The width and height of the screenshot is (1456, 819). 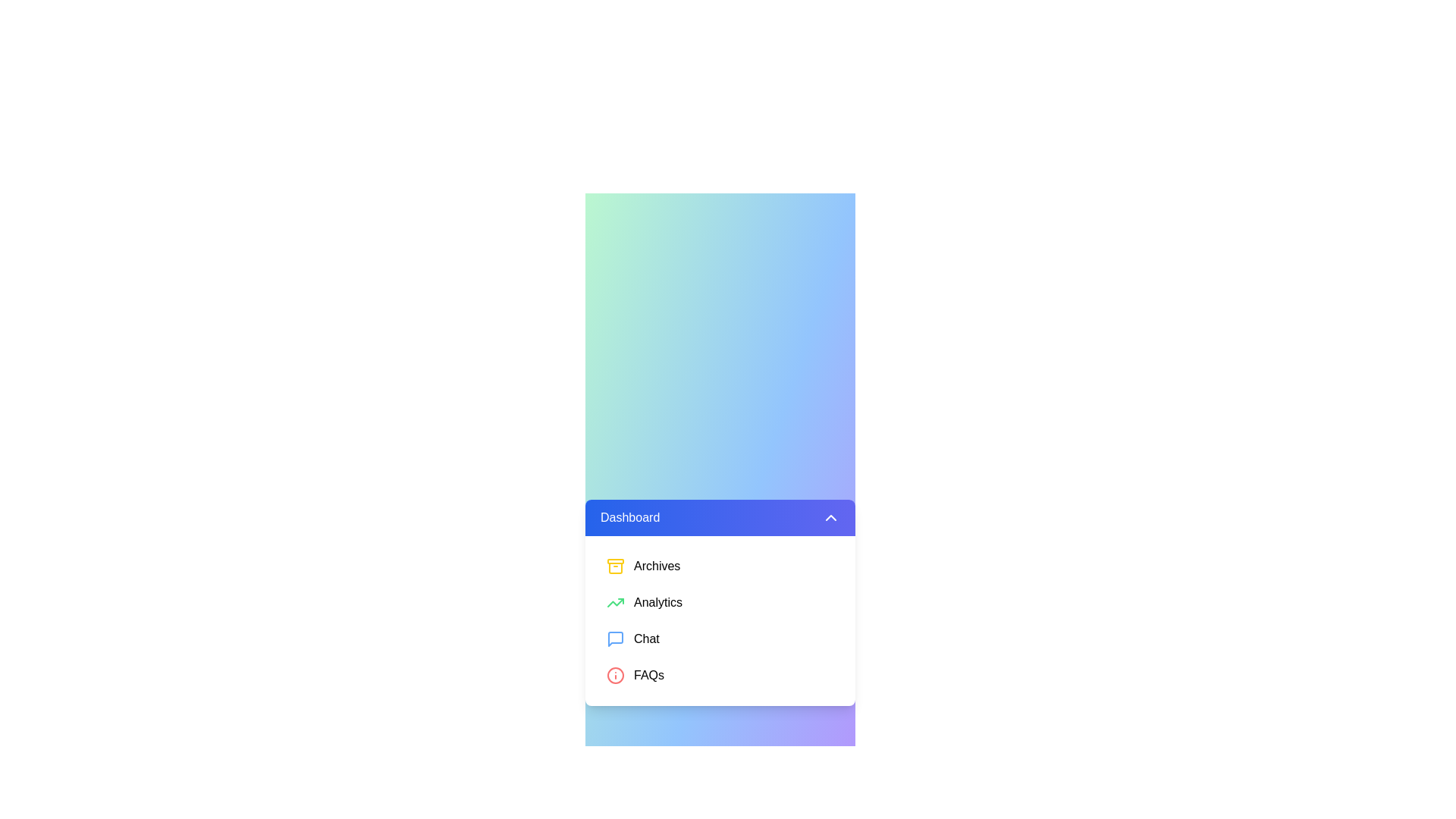 I want to click on the menu item Chat, so click(x=720, y=639).